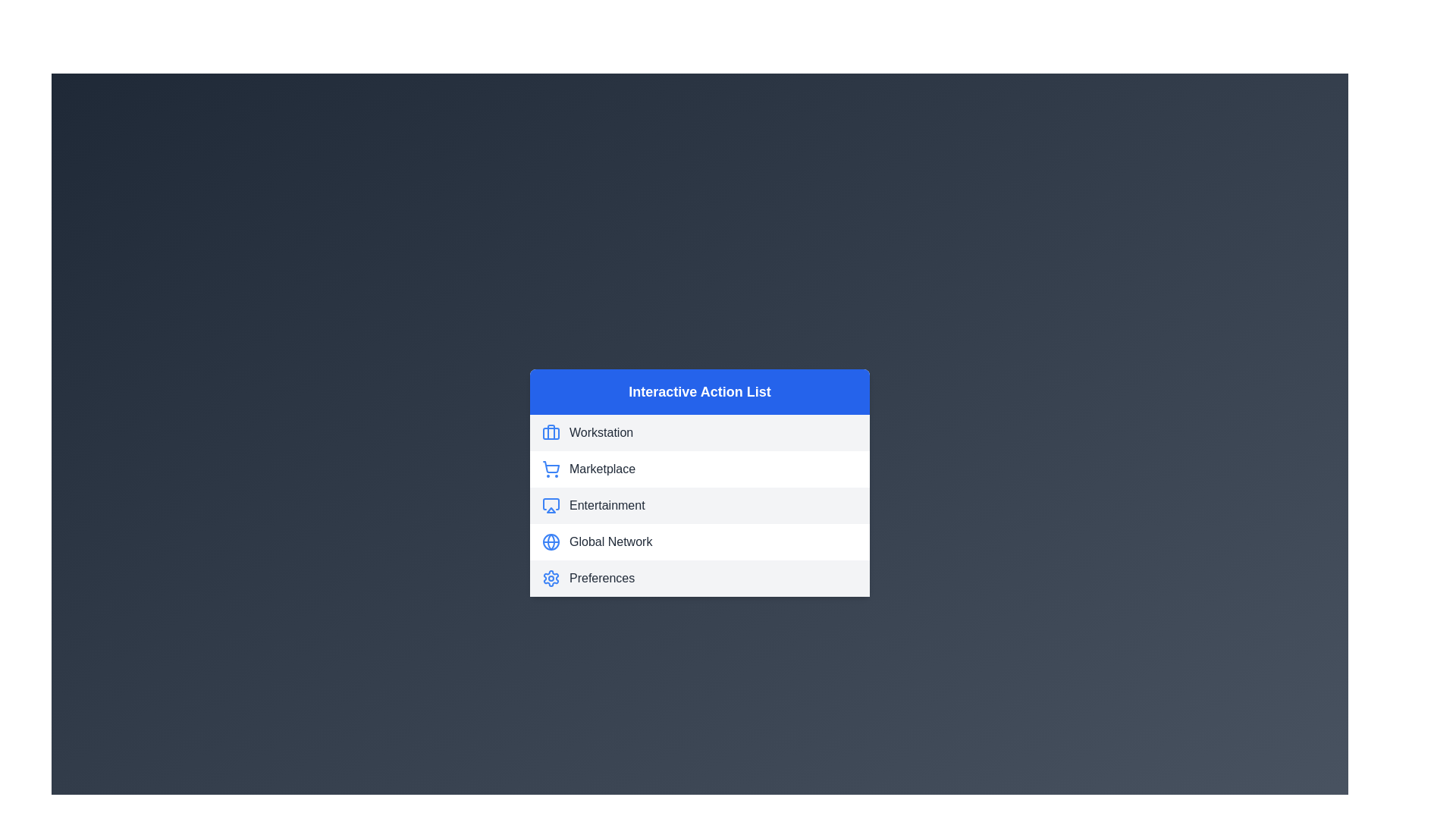 This screenshot has height=819, width=1456. What do you see at coordinates (550, 579) in the screenshot?
I see `the blue gear icon for settings located in the 'Preferences' row at the bottom of the interactive list` at bounding box center [550, 579].